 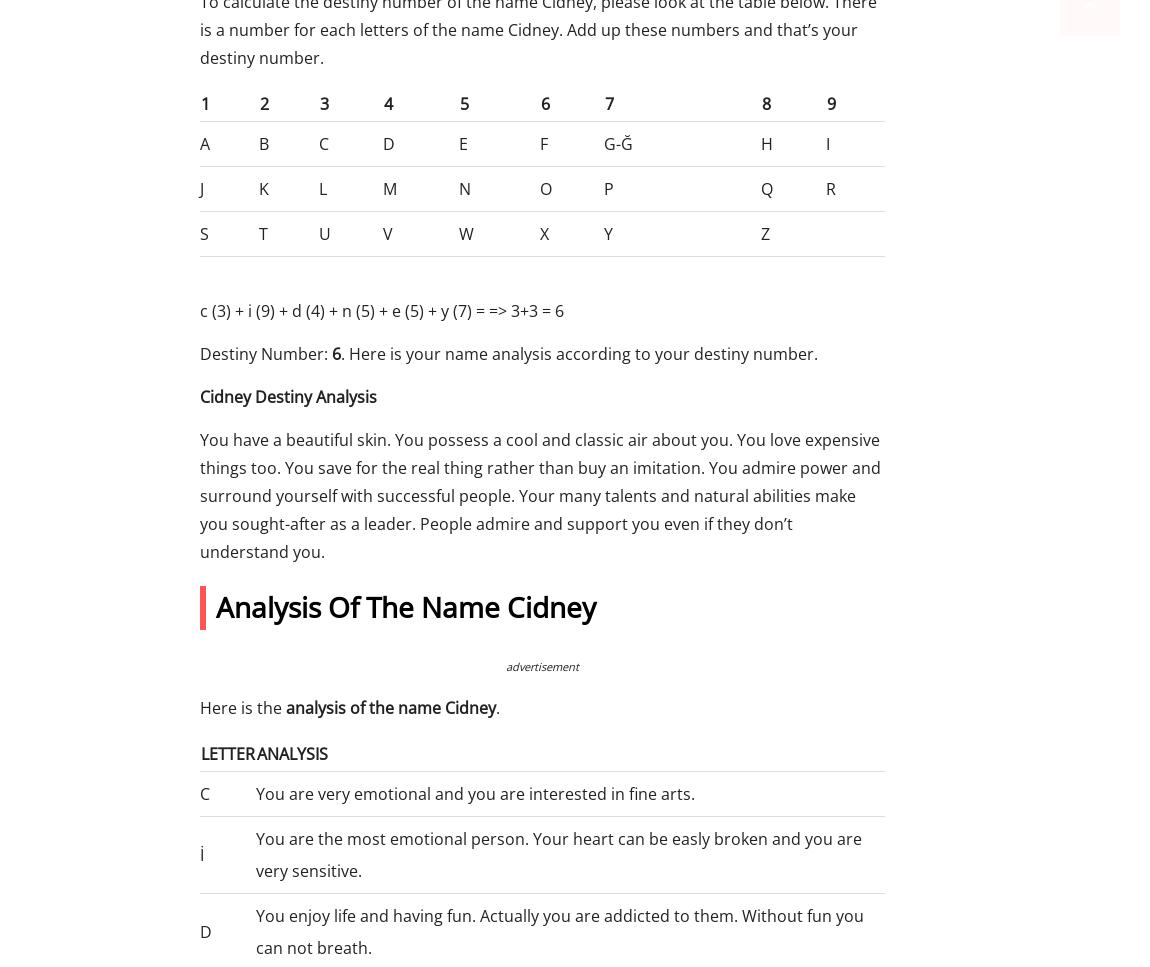 I want to click on 'S', so click(x=203, y=234).